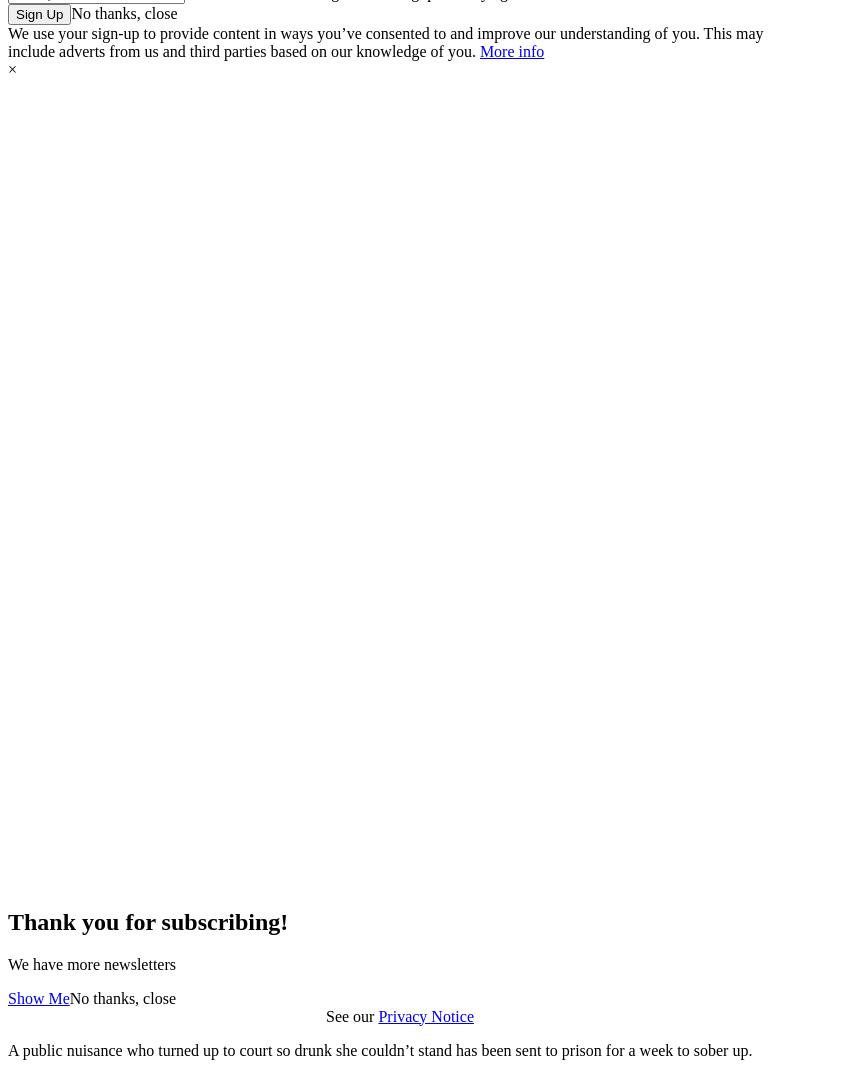 The height and width of the screenshot is (1072, 858). Describe the element at coordinates (380, 1049) in the screenshot. I see `'A public nuisance who turned up to court so drunk she couldn’t stand has been sent to prison for a week to sober up.'` at that location.